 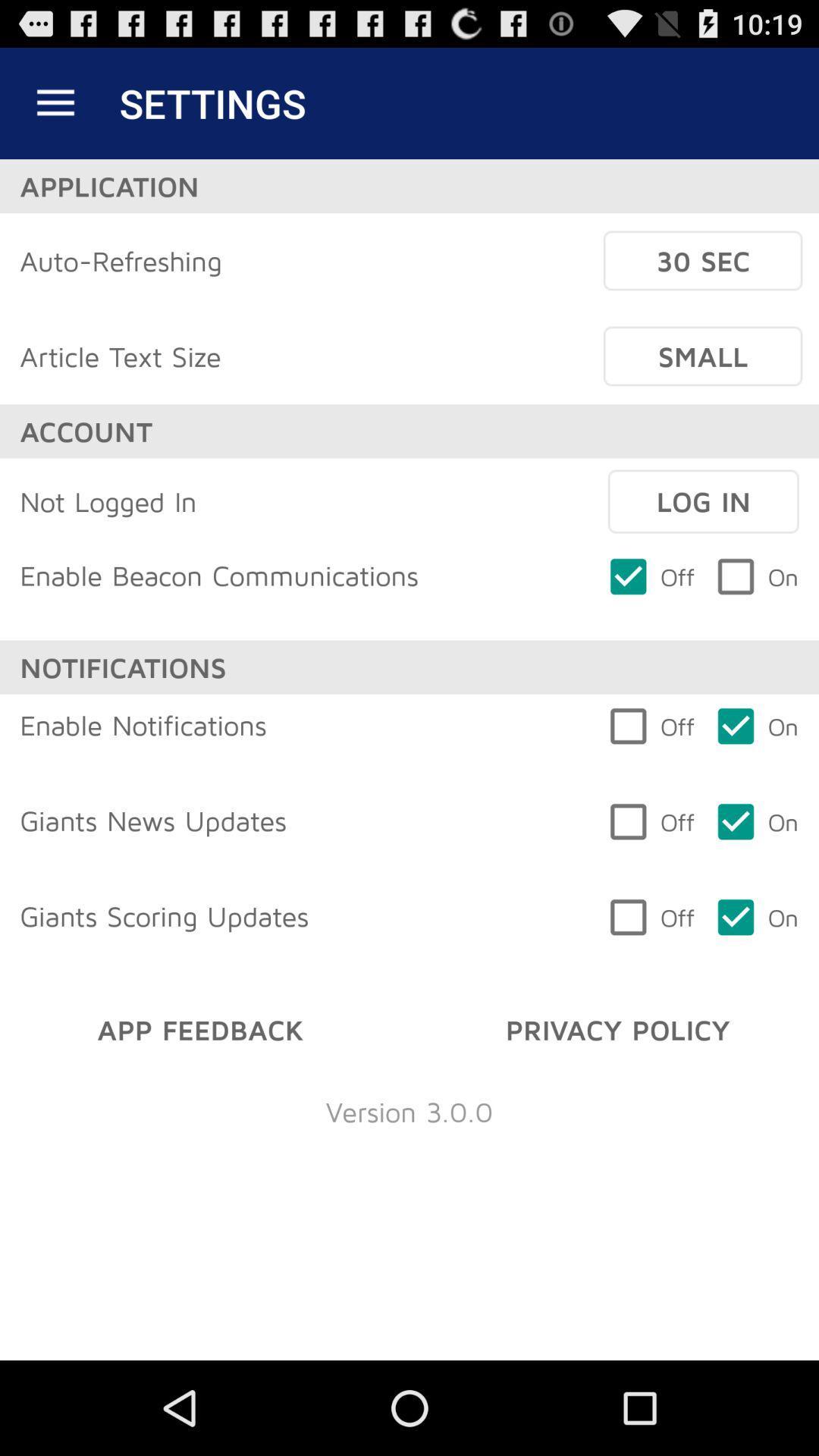 I want to click on item next to settings icon, so click(x=55, y=102).